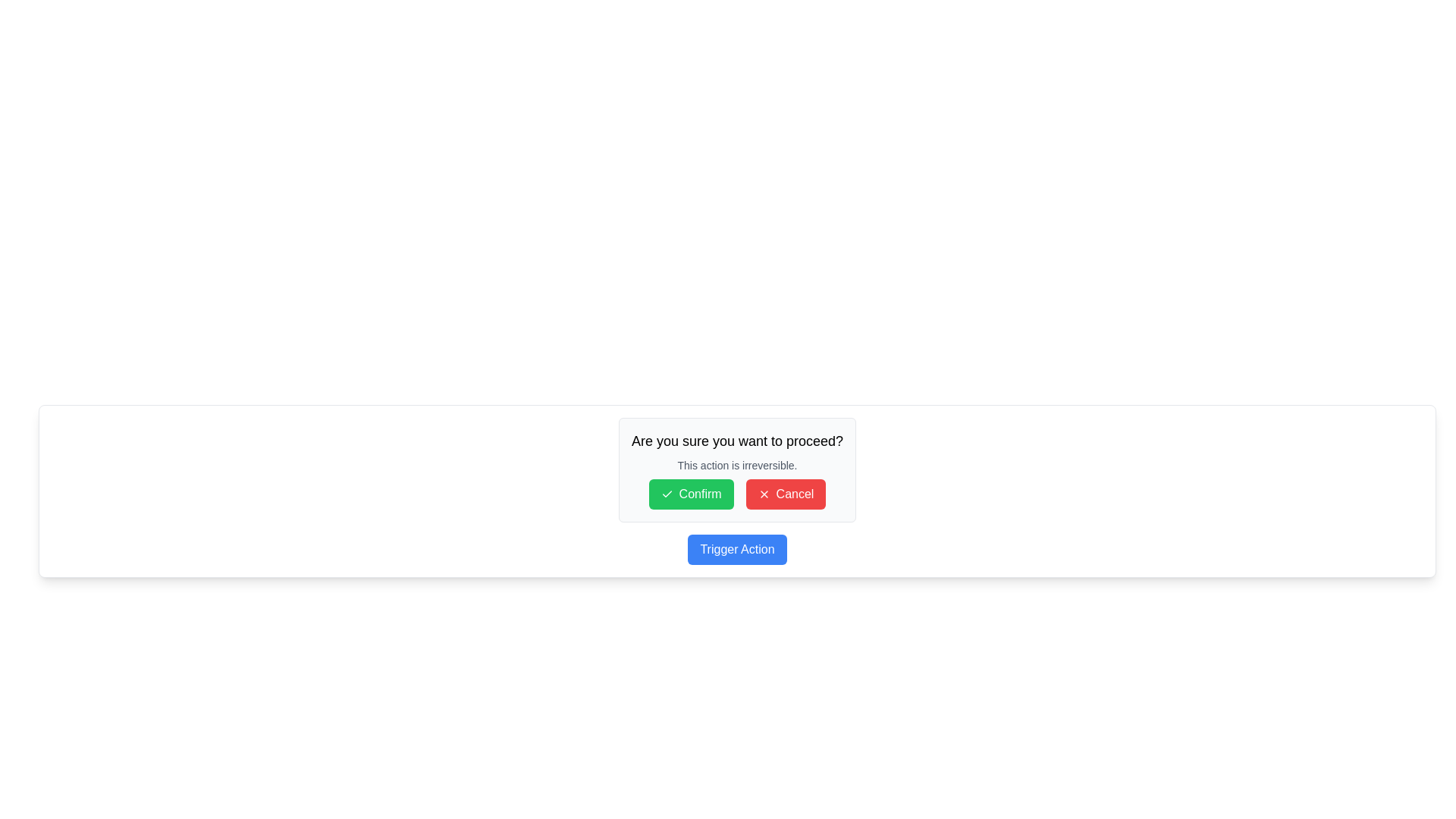 Image resolution: width=1456 pixels, height=819 pixels. Describe the element at coordinates (786, 494) in the screenshot. I see `the 'Cancel' button, which has a red background, white text, and a white 'x' icon on the left, located in the confirmation dialog to initiate the cancel action` at that location.